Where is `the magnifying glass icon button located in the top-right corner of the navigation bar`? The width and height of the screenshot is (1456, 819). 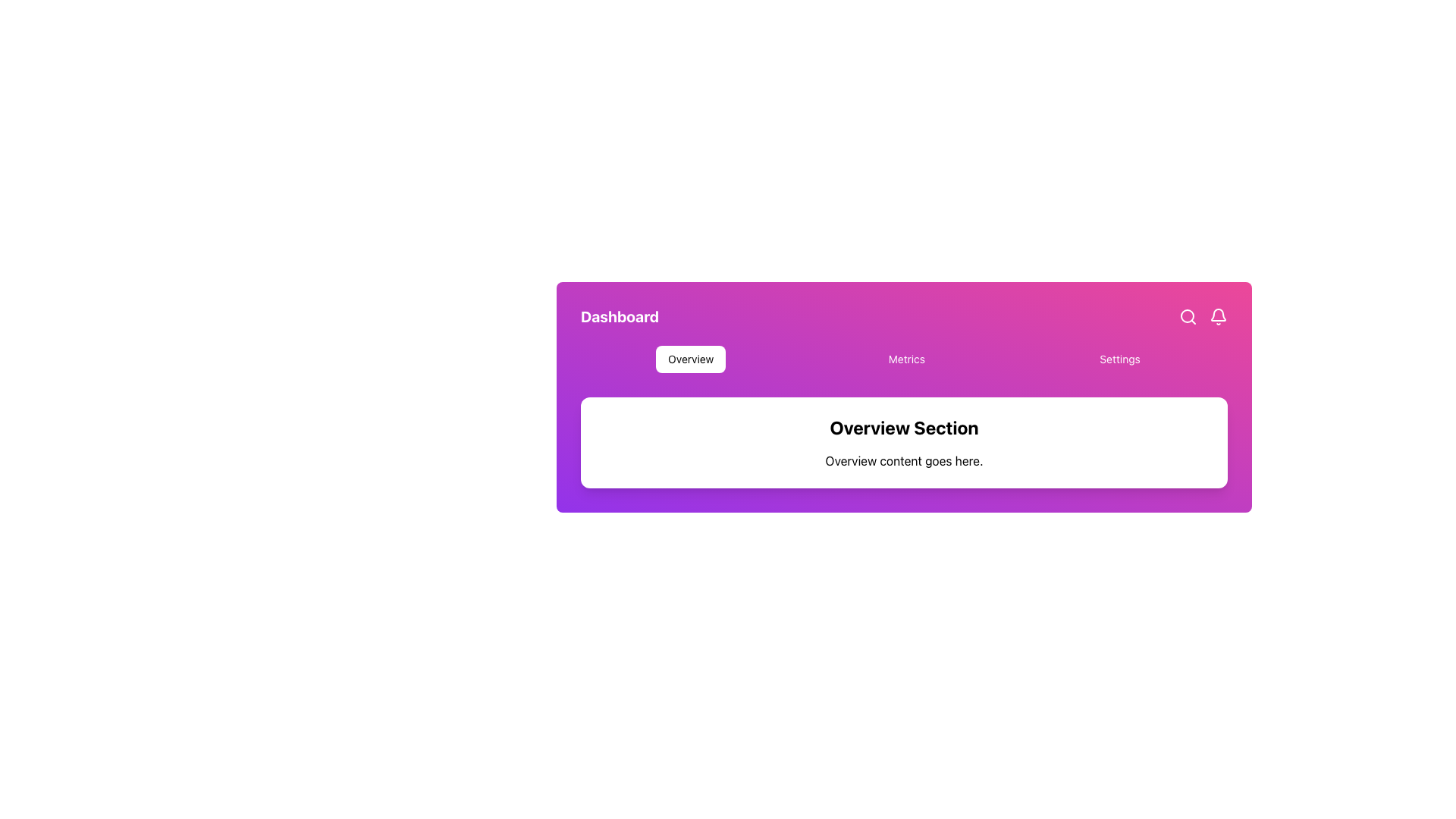
the magnifying glass icon button located in the top-right corner of the navigation bar is located at coordinates (1187, 315).